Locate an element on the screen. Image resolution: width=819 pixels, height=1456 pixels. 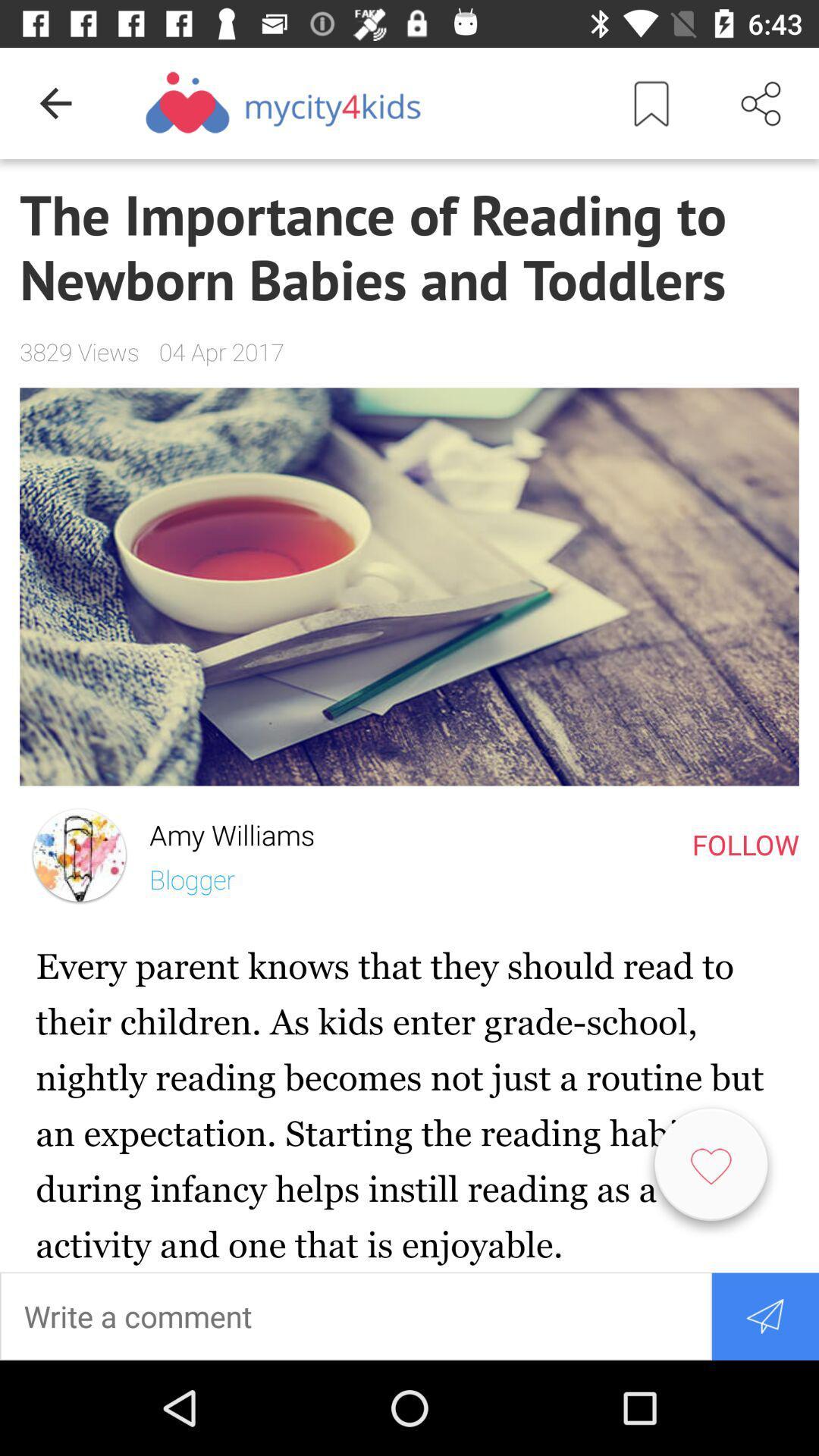
the follow item is located at coordinates (745, 843).